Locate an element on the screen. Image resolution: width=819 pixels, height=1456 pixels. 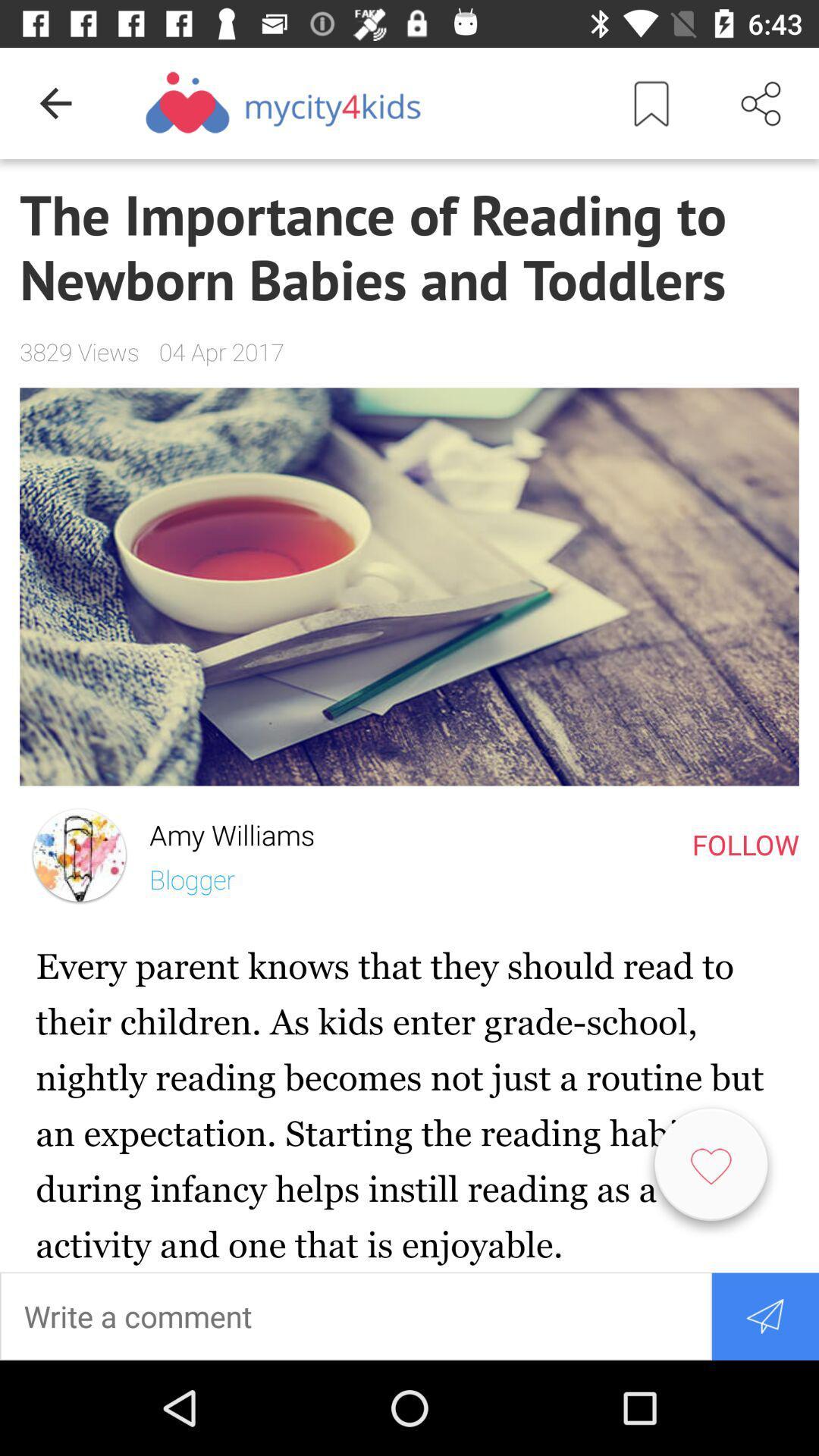
the follow item is located at coordinates (745, 843).